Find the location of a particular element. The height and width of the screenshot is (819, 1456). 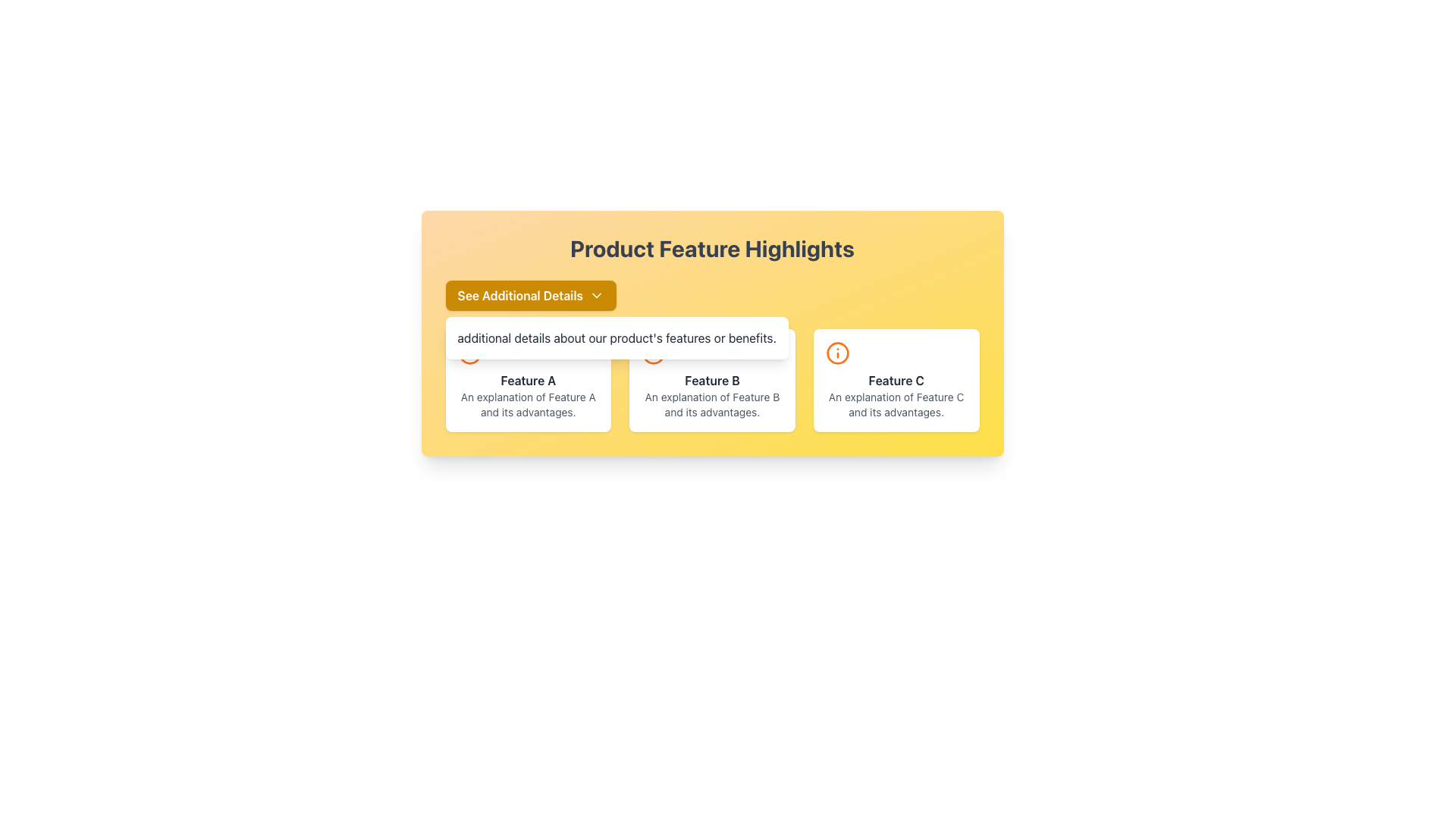

the tooltip containing 'additional details about our product's features or benefits', which is positioned centrally below the 'See Additional Details' button is located at coordinates (617, 337).